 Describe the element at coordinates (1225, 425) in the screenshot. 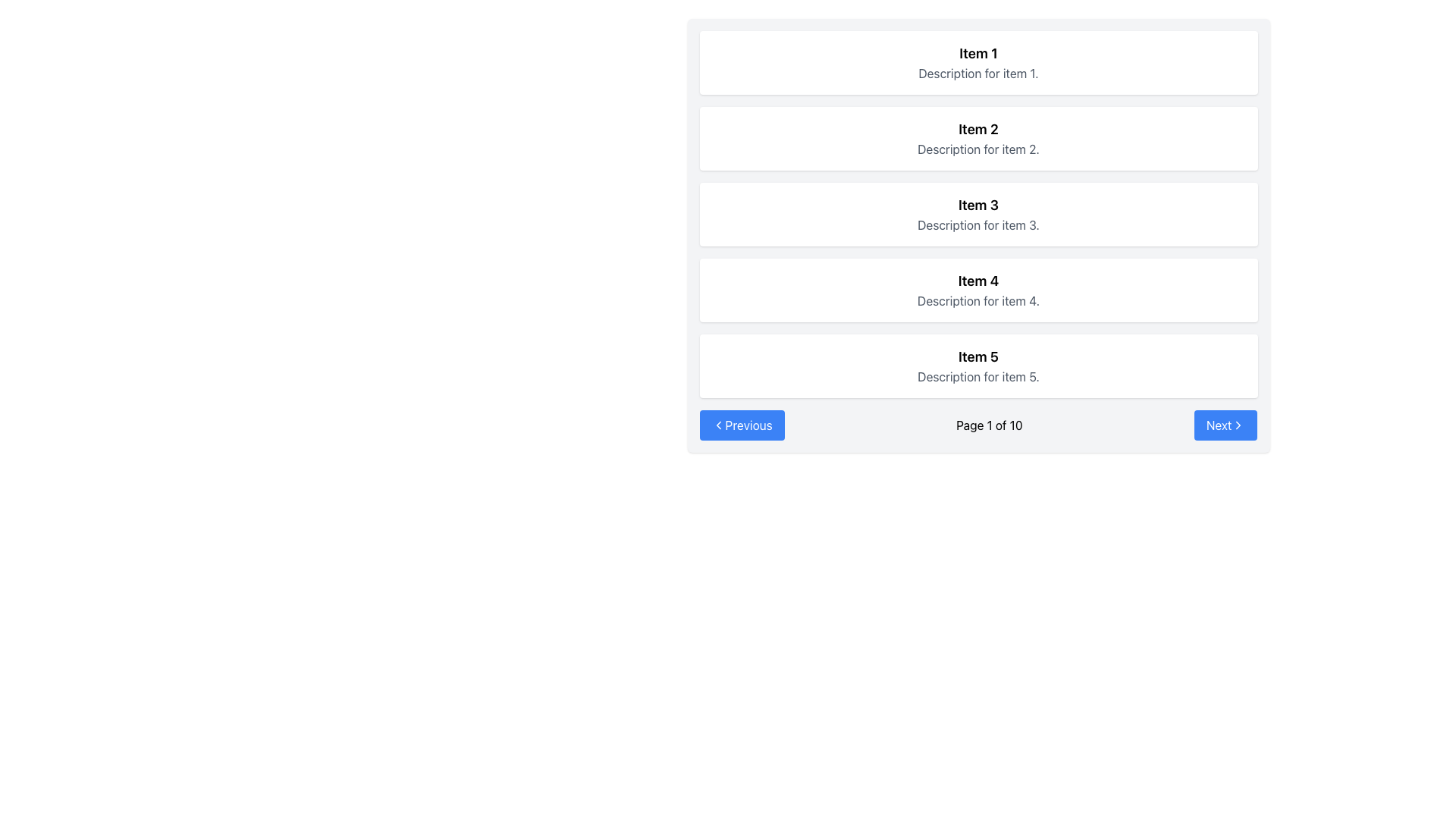

I see `the button located in the bottom-right portion of the interface` at that location.